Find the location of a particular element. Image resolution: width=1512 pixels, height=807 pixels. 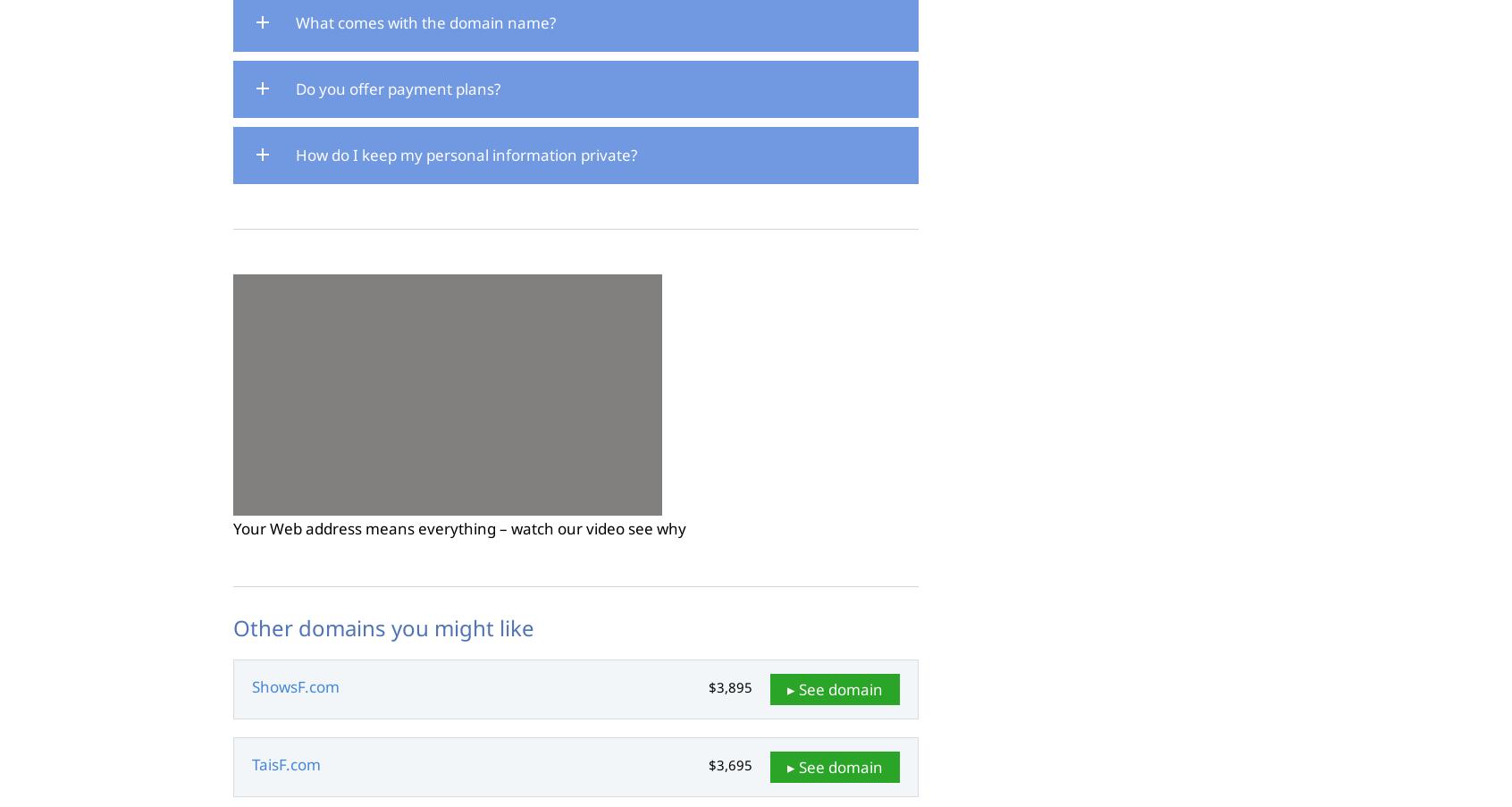

'Your Web address means everything – watch our video see why' is located at coordinates (459, 527).